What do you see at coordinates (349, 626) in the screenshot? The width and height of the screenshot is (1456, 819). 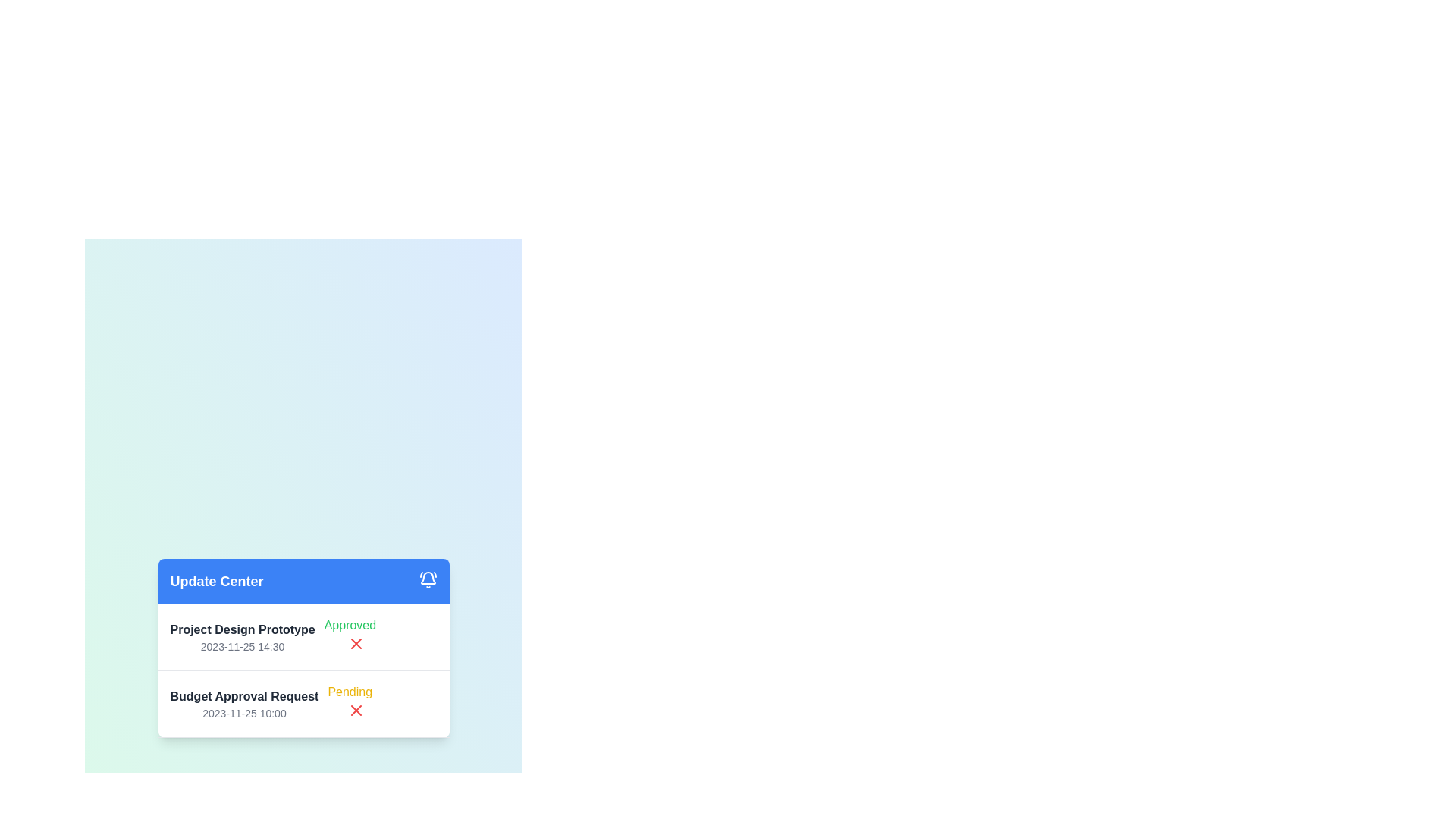 I see `the text label that displays the approval status of the 'Project Design Prototype' task, which is located above a red interaction button` at bounding box center [349, 626].